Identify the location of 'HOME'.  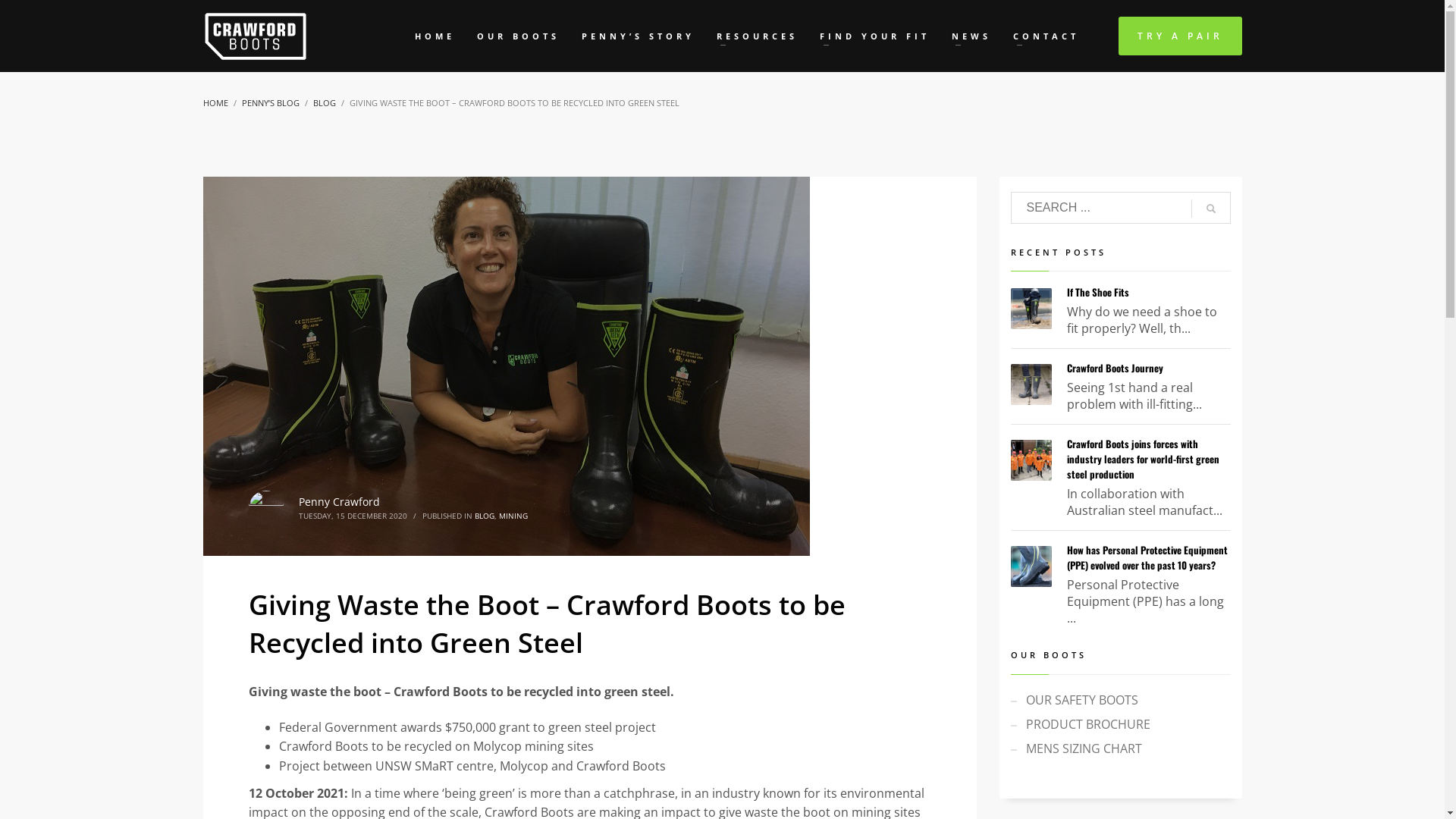
(215, 102).